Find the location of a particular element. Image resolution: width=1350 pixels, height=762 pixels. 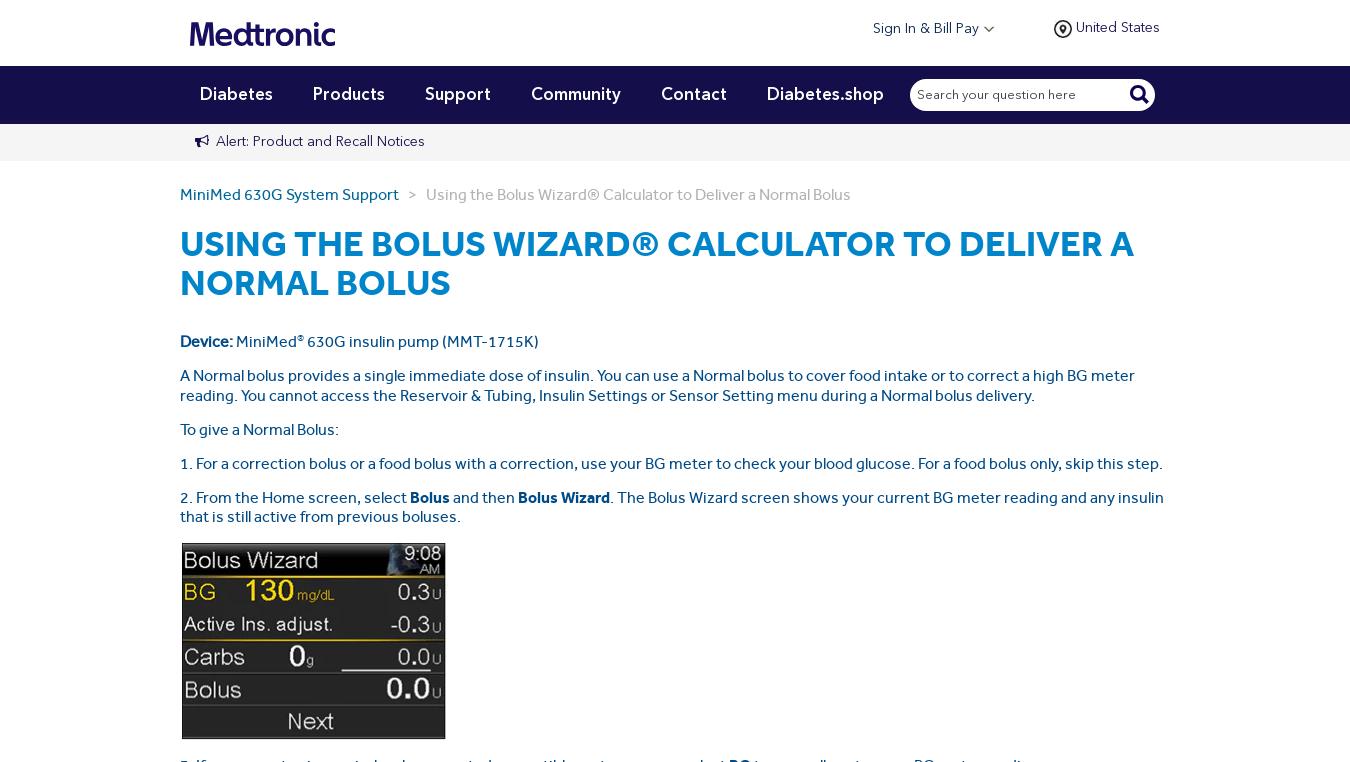

'Community' is located at coordinates (576, 94).